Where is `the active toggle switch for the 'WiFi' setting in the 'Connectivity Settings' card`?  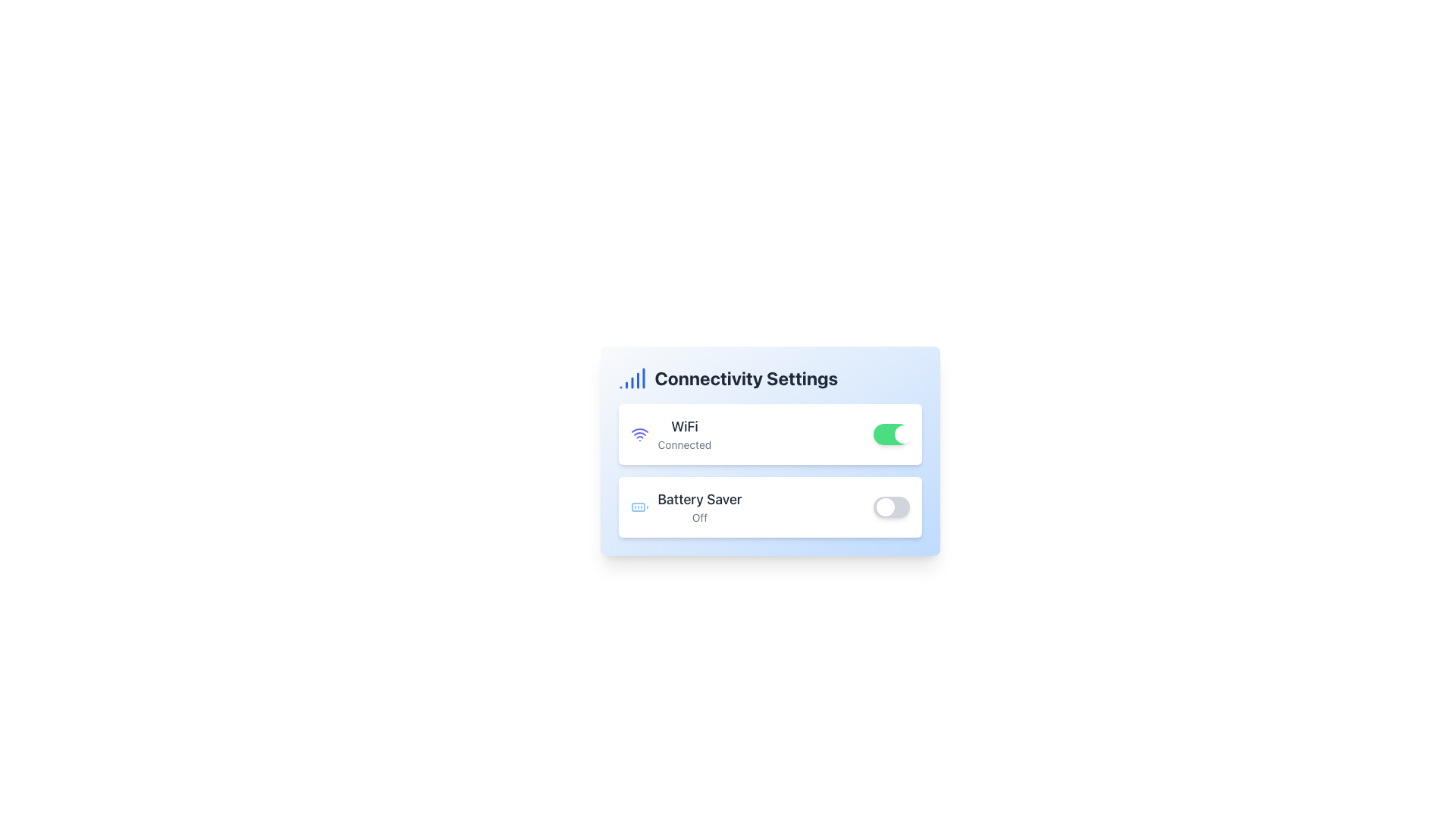 the active toggle switch for the 'WiFi' setting in the 'Connectivity Settings' card is located at coordinates (891, 435).